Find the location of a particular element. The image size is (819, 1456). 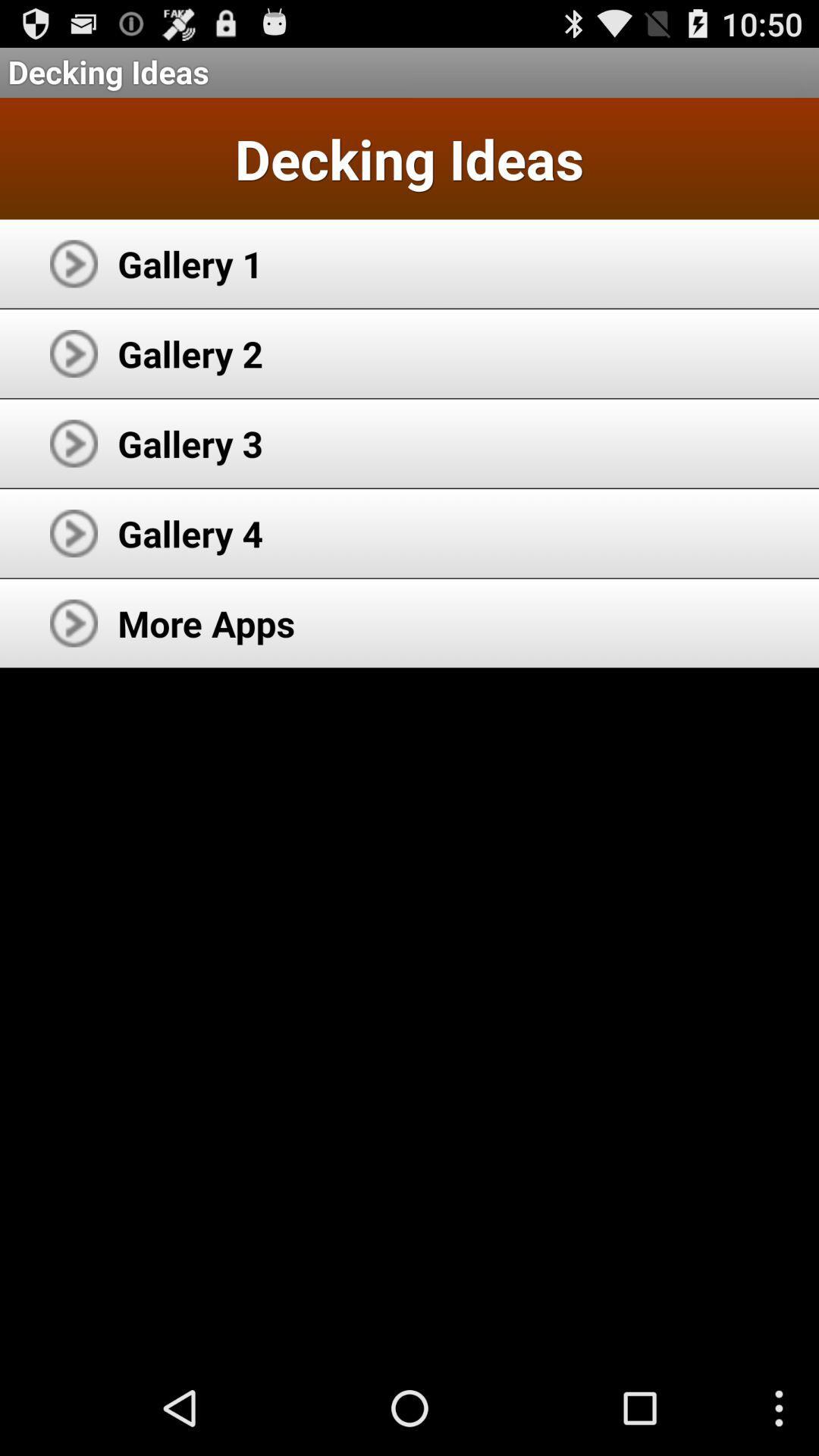

gallery 3 item is located at coordinates (190, 443).